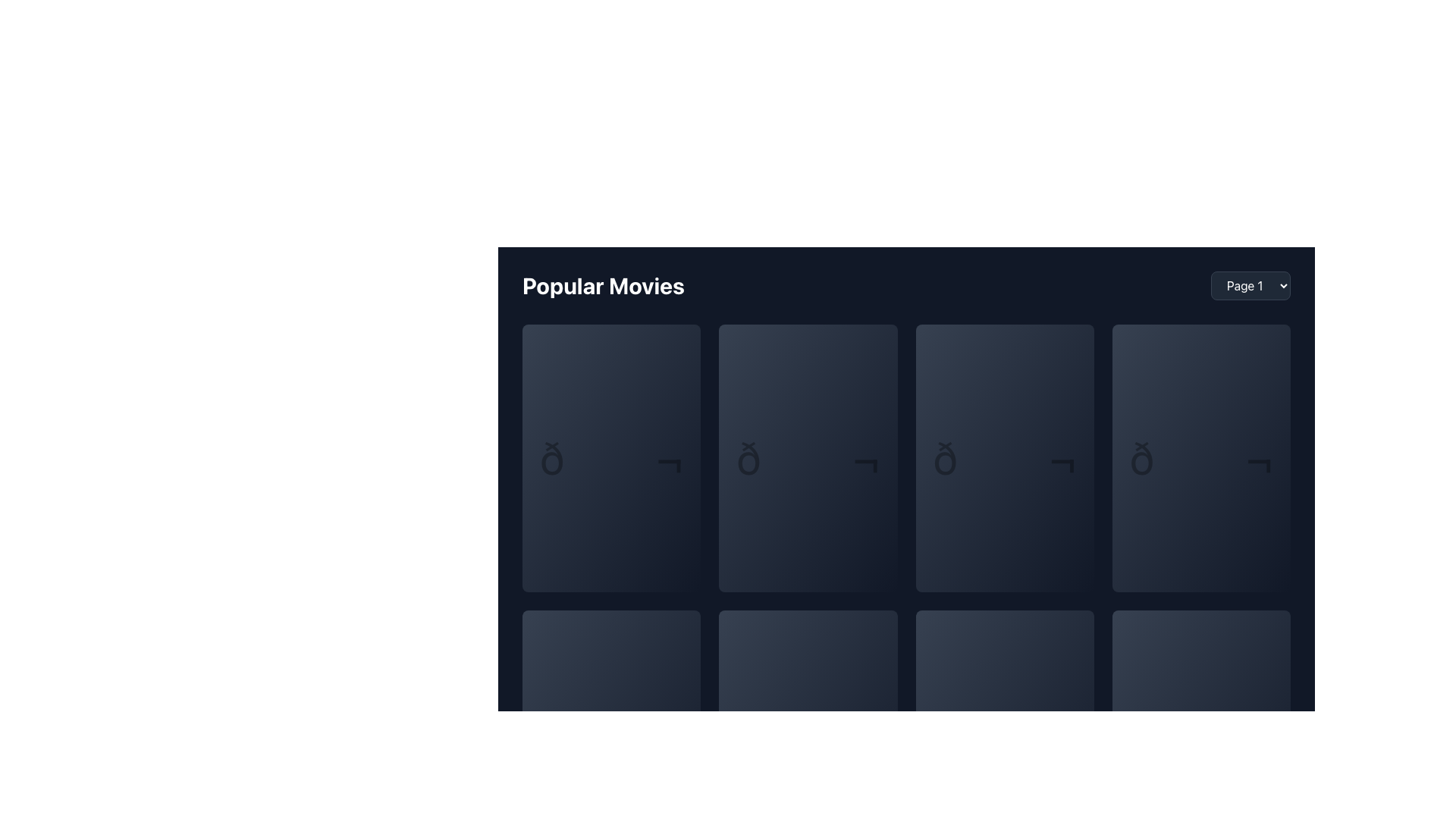 This screenshot has height=819, width=1456. I want to click on the dropdown menu located on the rightmost side of the header bar titled 'Popular Movies', so click(1250, 286).